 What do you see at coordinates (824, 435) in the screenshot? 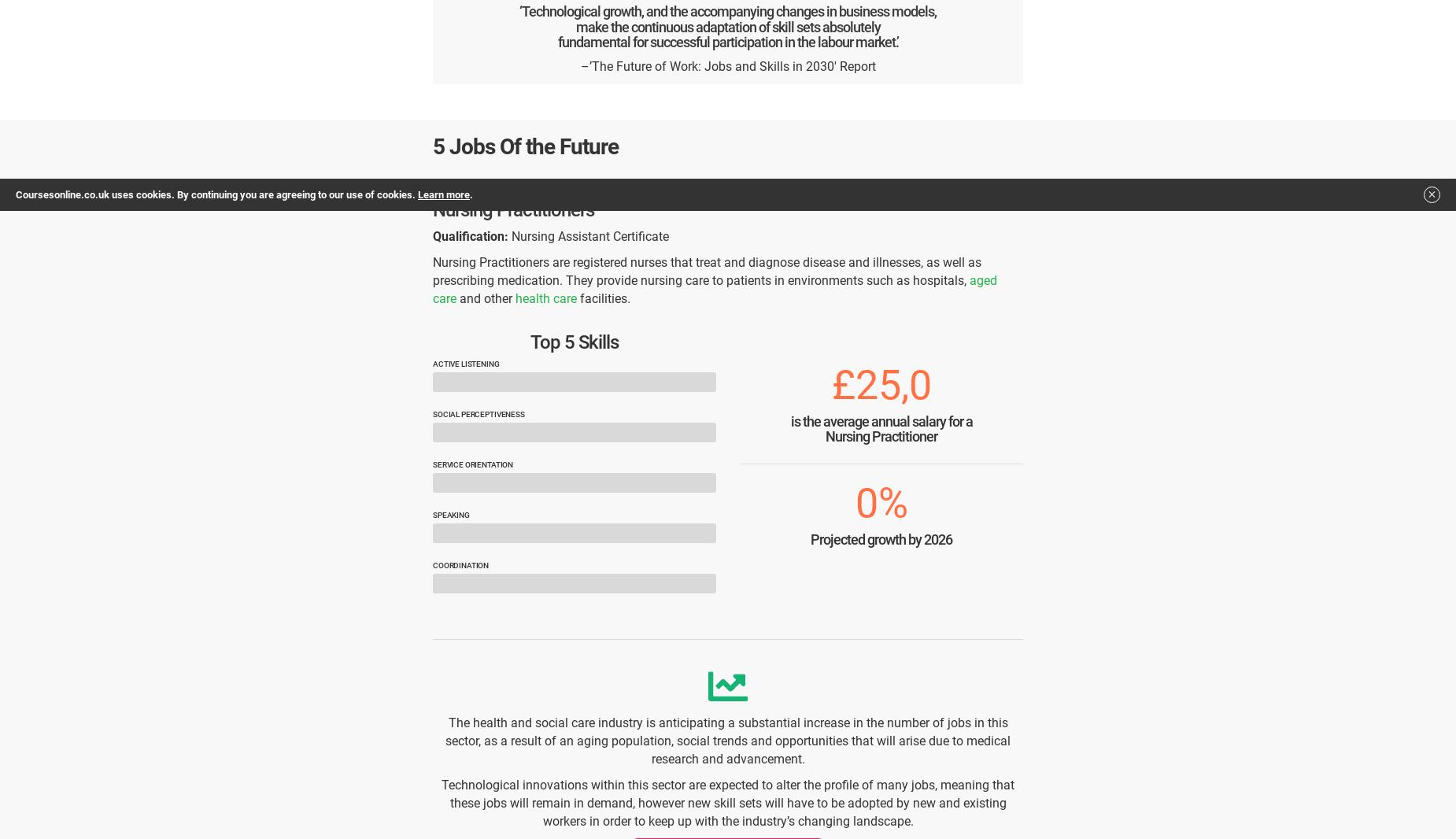
I see `'Nursing Practitioner'` at bounding box center [824, 435].